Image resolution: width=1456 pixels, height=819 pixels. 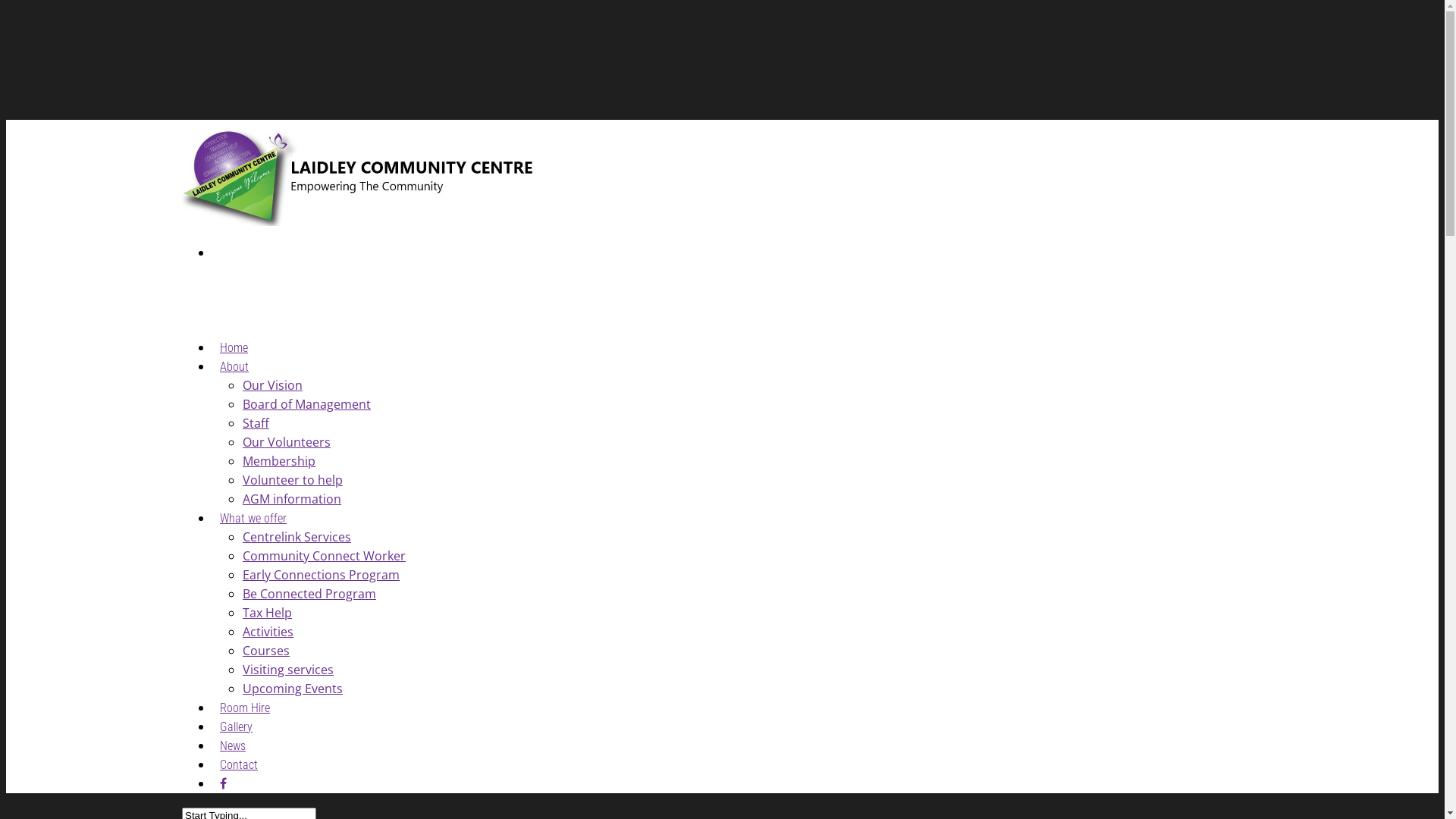 I want to click on 'Upcoming Events', so click(x=292, y=688).